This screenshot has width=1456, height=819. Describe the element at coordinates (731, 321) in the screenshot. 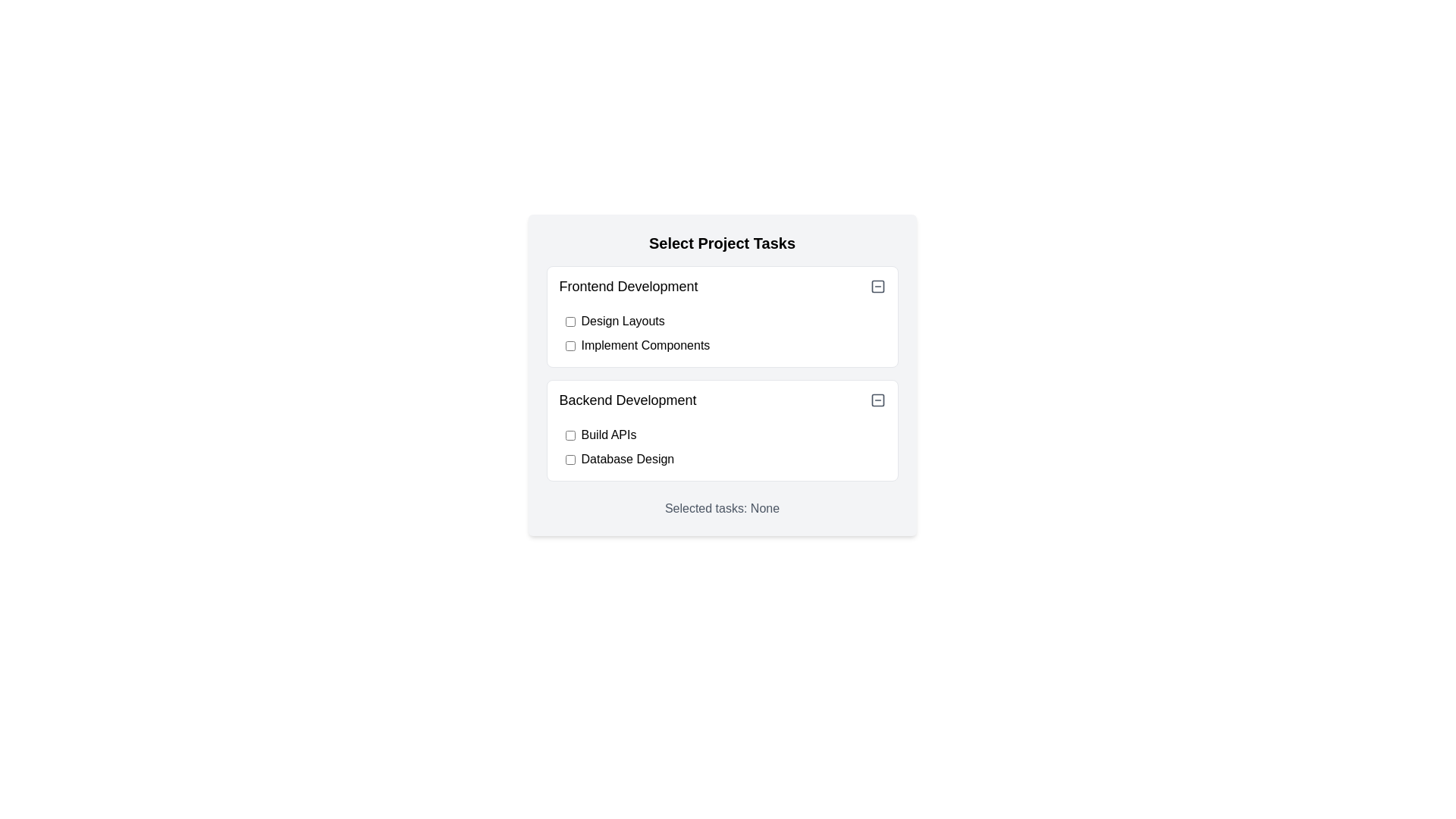

I see `the 'Design Layouts' checkbox in the 'Frontend Development' section` at that location.